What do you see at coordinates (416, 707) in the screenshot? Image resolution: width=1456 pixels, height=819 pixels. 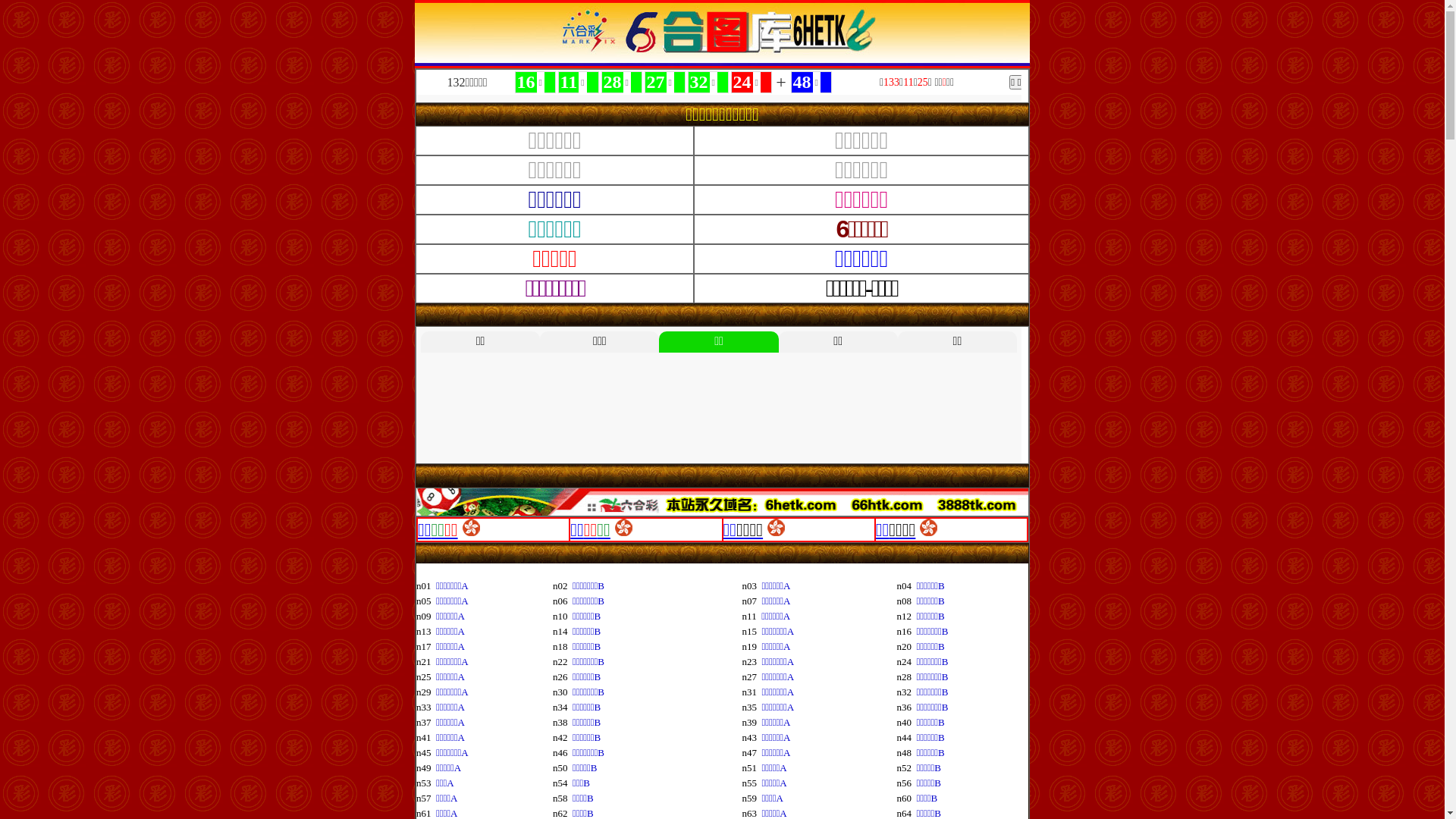 I see `'n33 '` at bounding box center [416, 707].